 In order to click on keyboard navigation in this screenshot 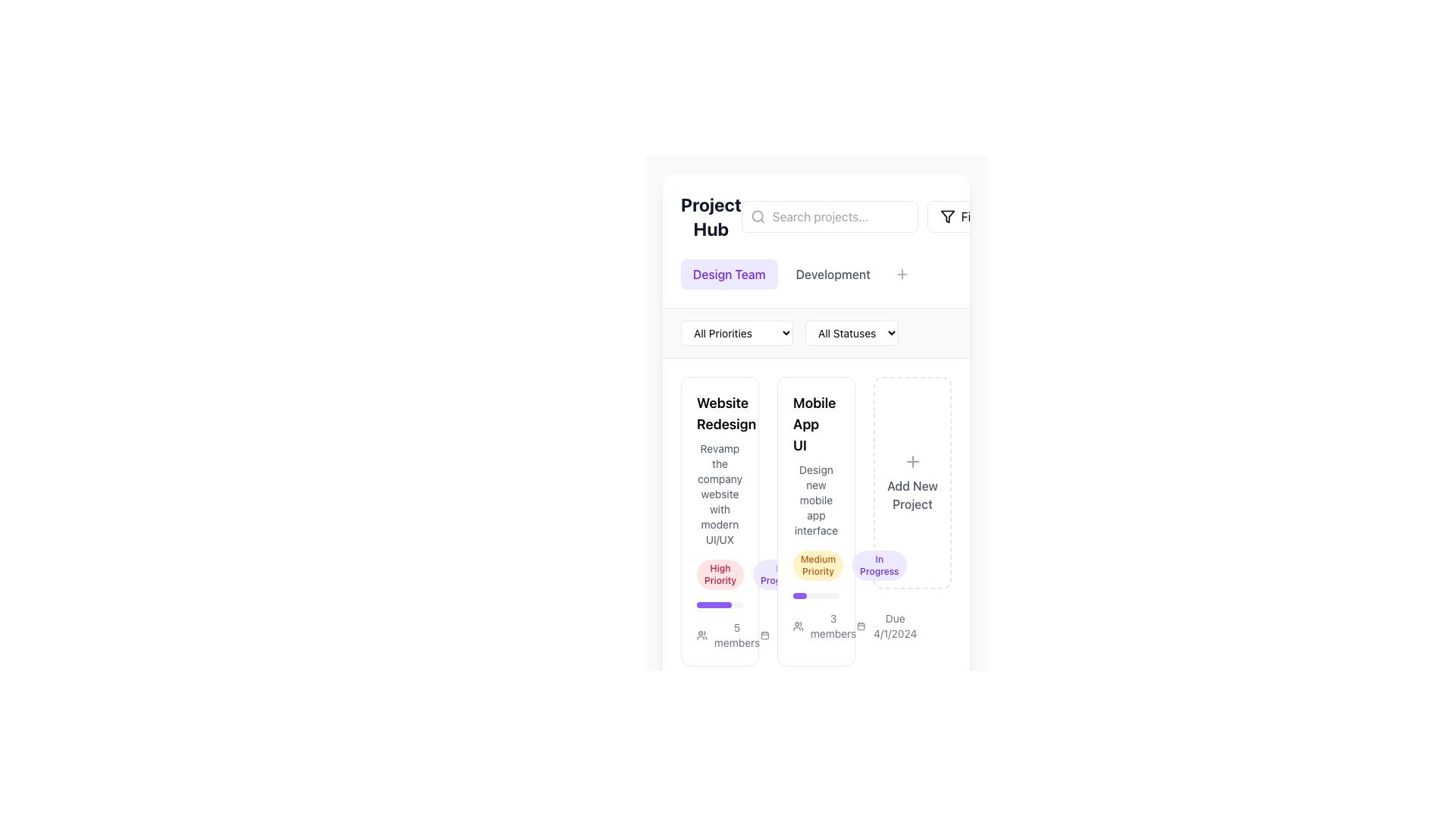, I will do `click(832, 275)`.